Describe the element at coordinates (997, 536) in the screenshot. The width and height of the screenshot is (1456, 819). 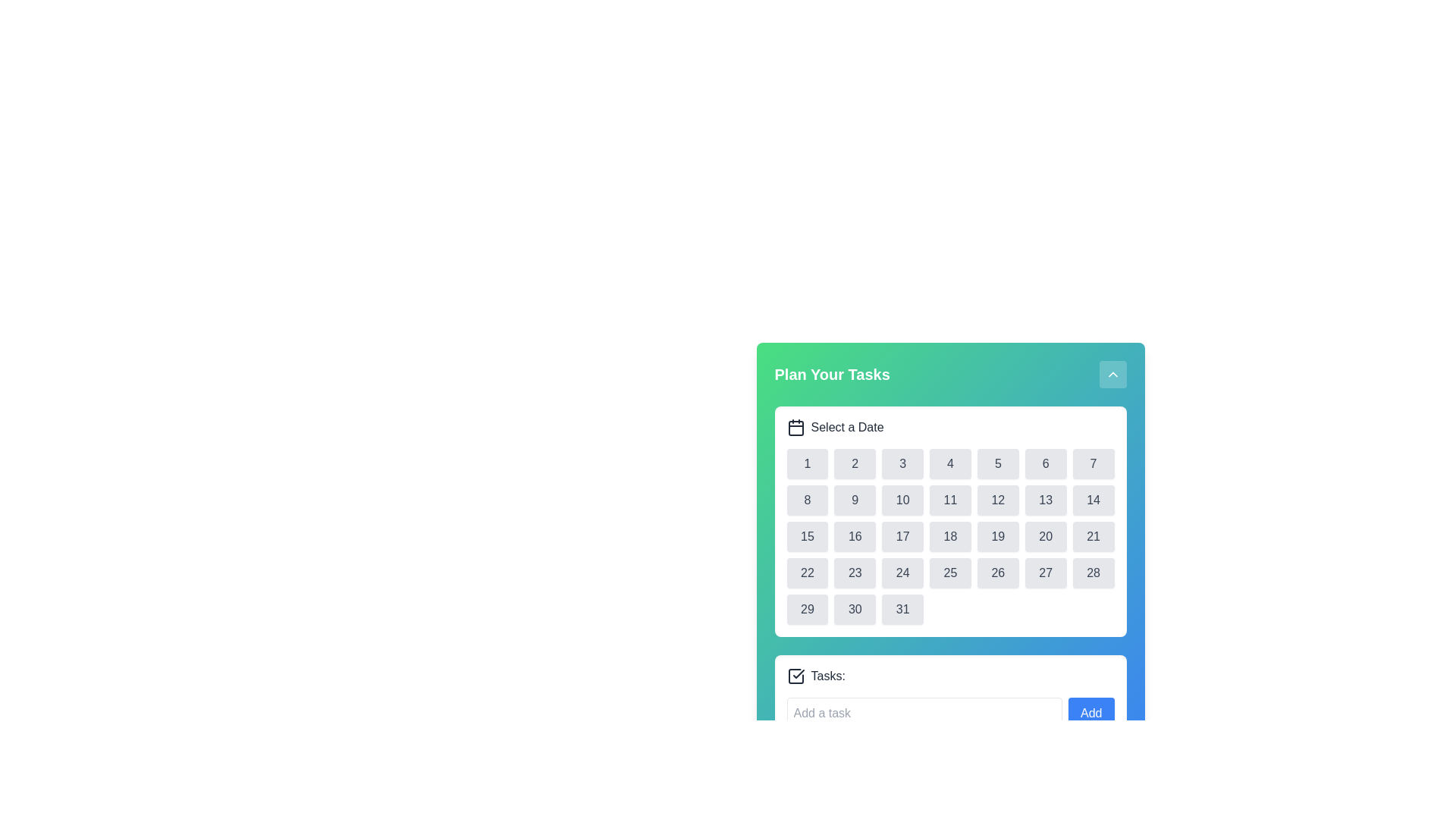
I see `the date selector button for the 19th day in the calendar interface located in the third row and fifth column of the grid` at that location.